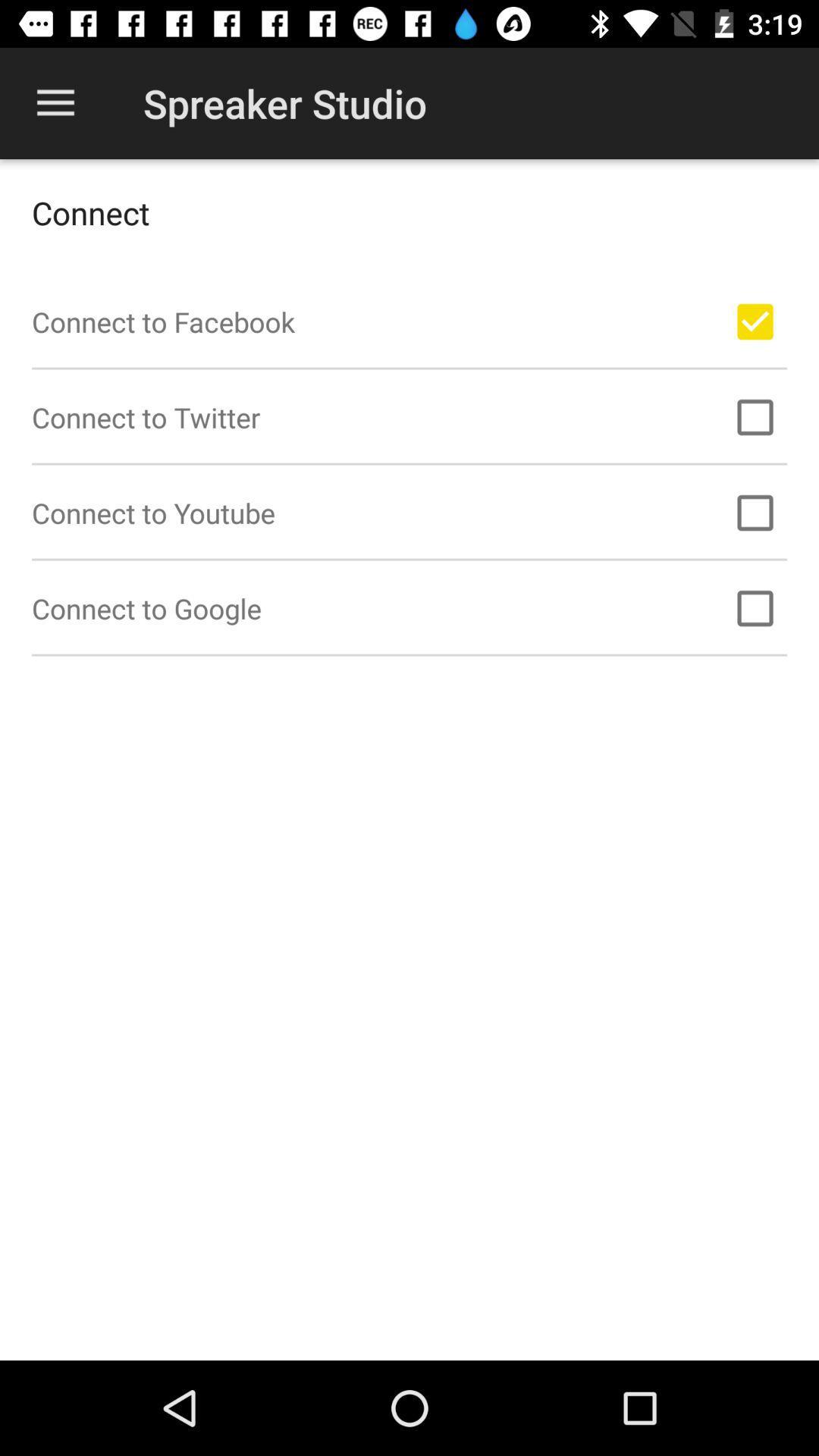  What do you see at coordinates (55, 102) in the screenshot?
I see `app next to the spreaker studio app` at bounding box center [55, 102].